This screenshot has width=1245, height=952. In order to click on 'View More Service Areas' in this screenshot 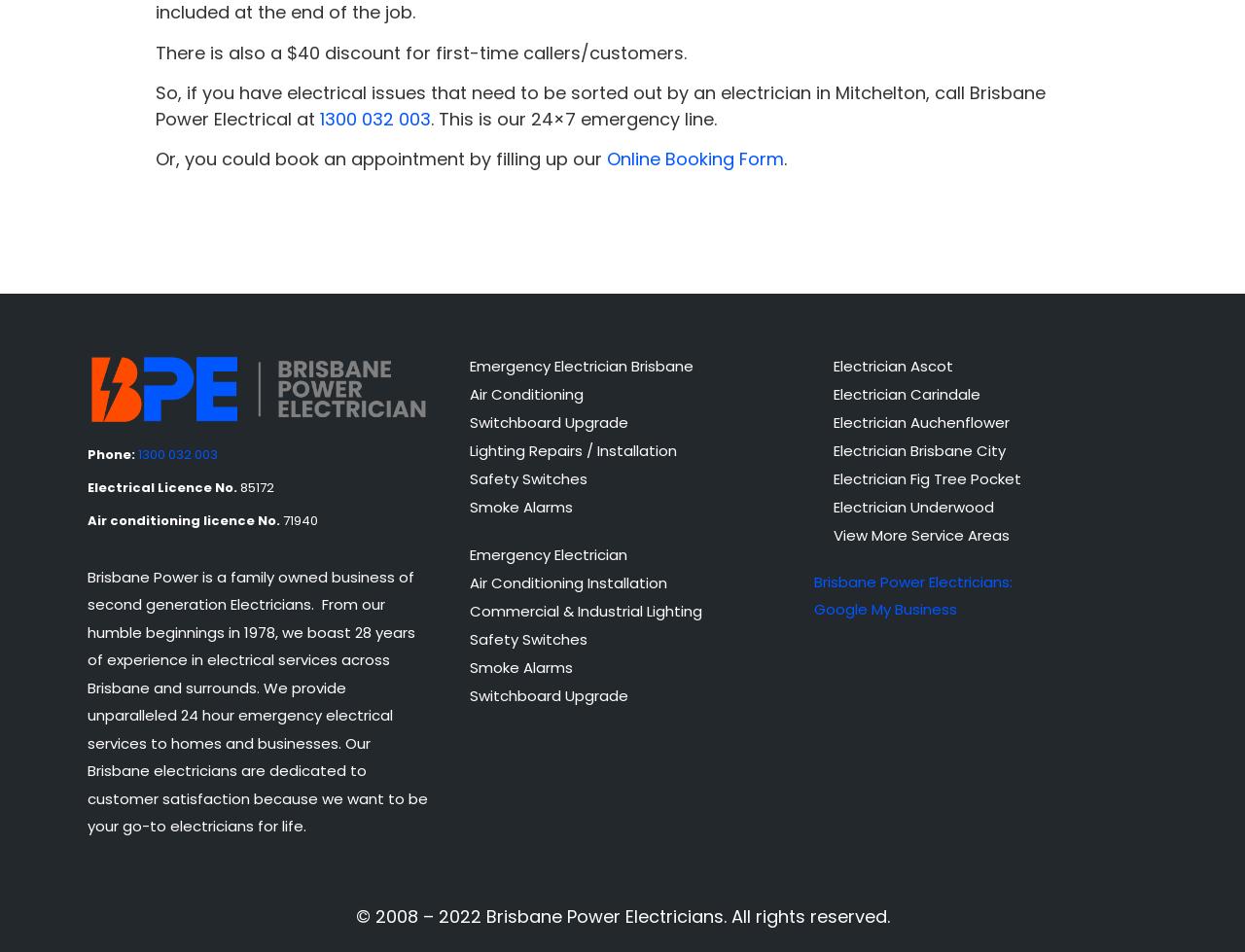, I will do `click(832, 533)`.